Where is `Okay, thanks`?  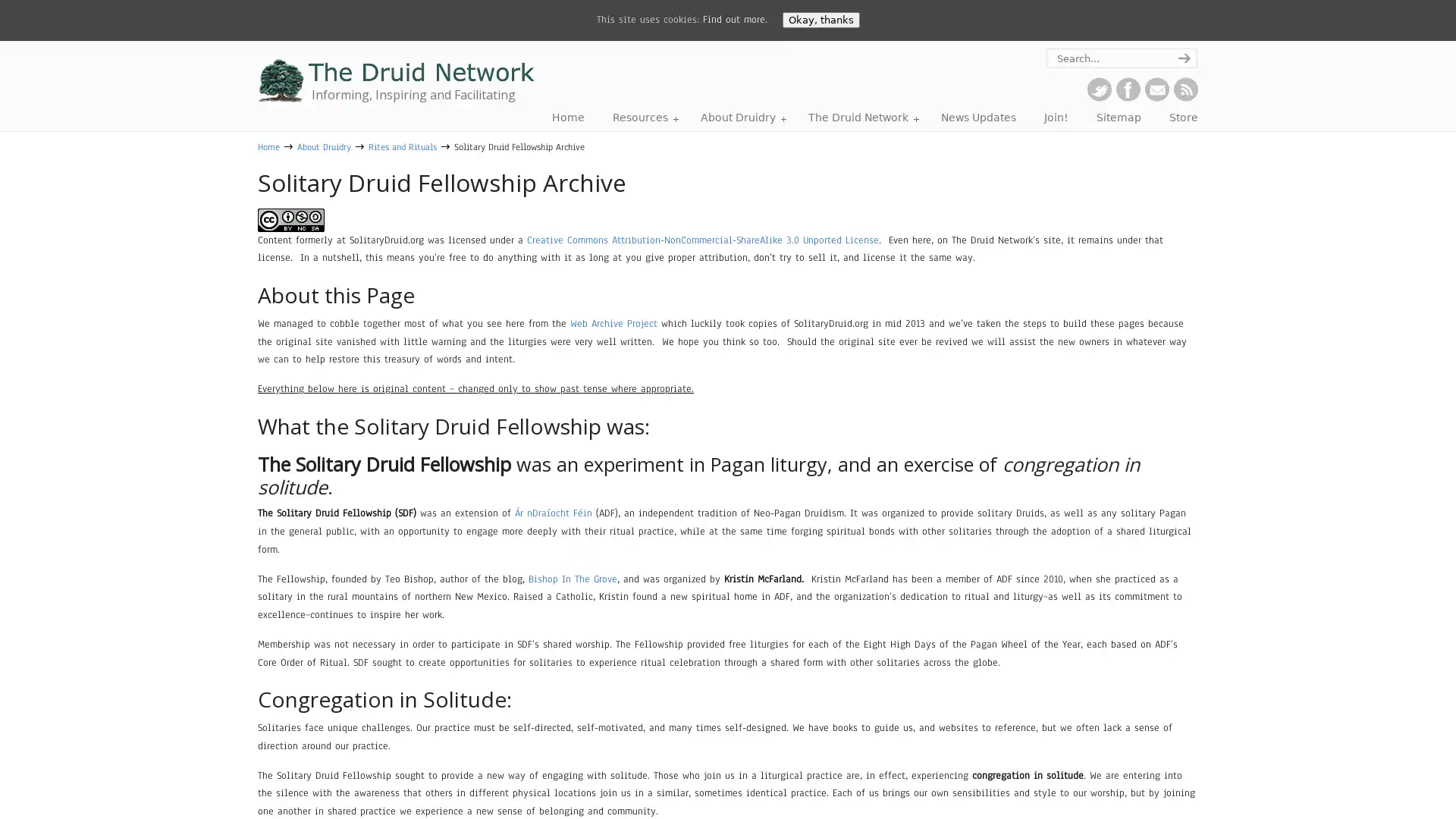
Okay, thanks is located at coordinates (819, 20).